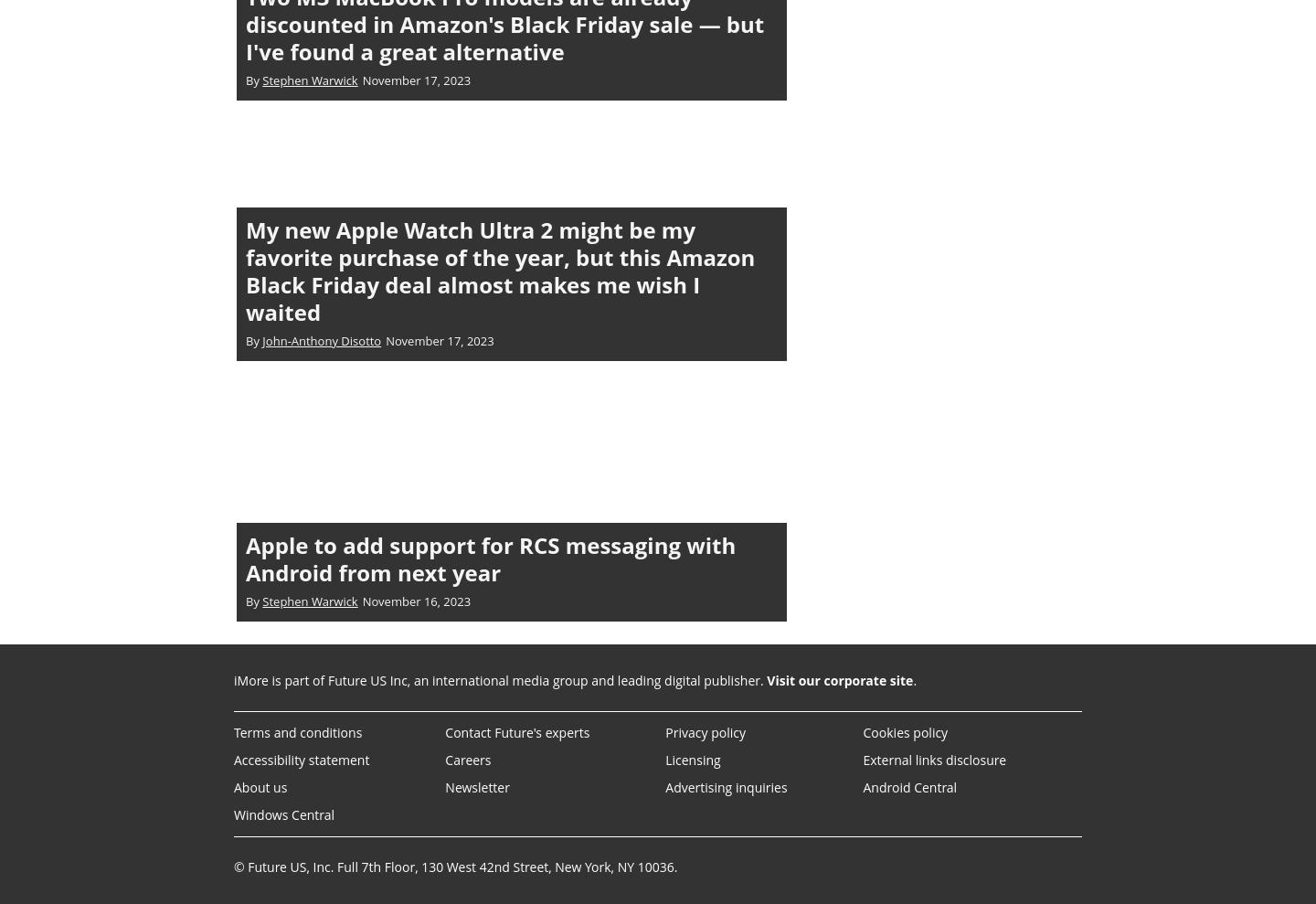  Describe the element at coordinates (908, 786) in the screenshot. I see `'Android Central'` at that location.